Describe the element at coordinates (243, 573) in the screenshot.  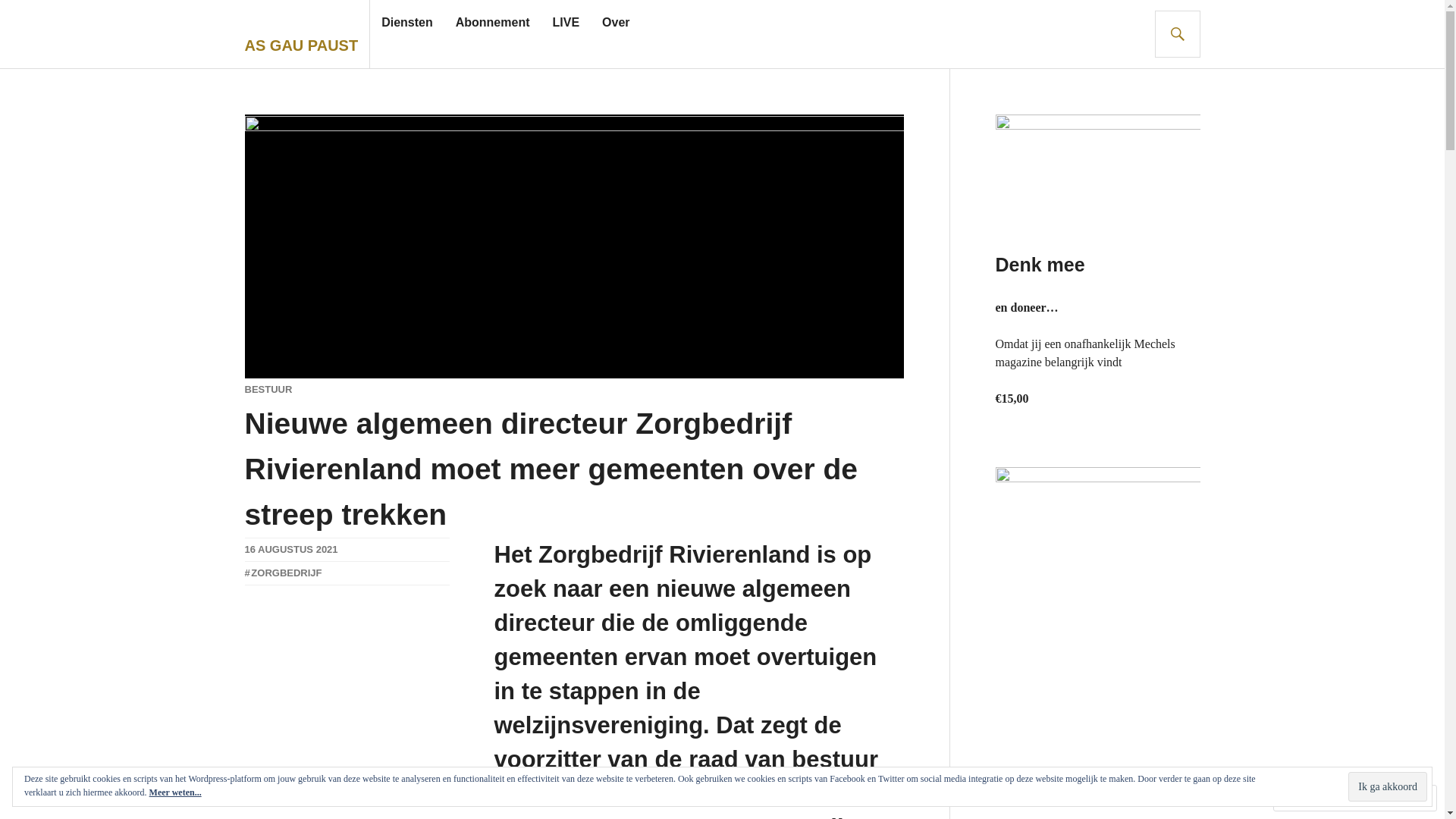
I see `'ZORGBEDRIJF'` at that location.